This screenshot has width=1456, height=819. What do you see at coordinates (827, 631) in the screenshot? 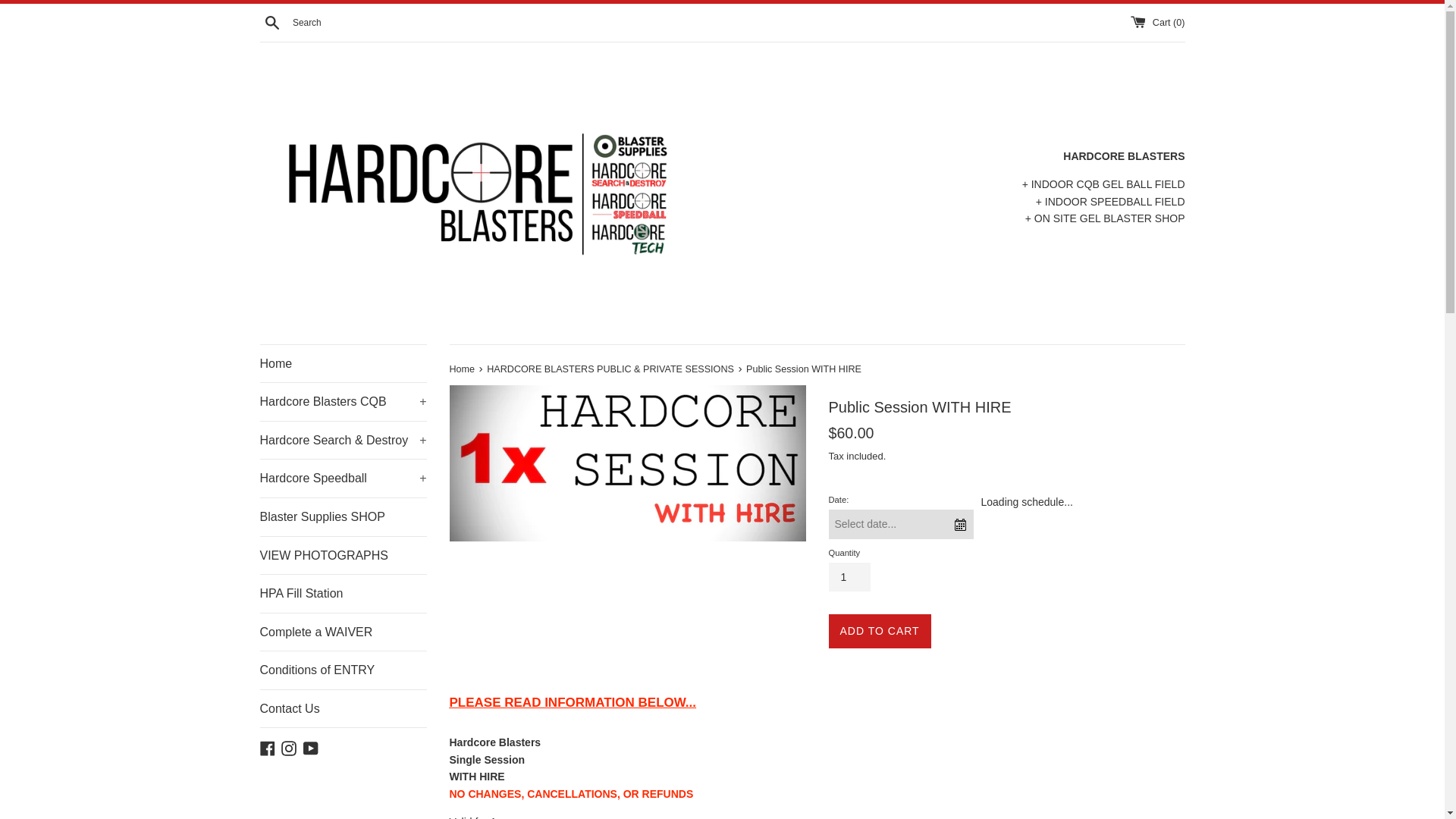
I see `'ADD TO CART'` at bounding box center [827, 631].